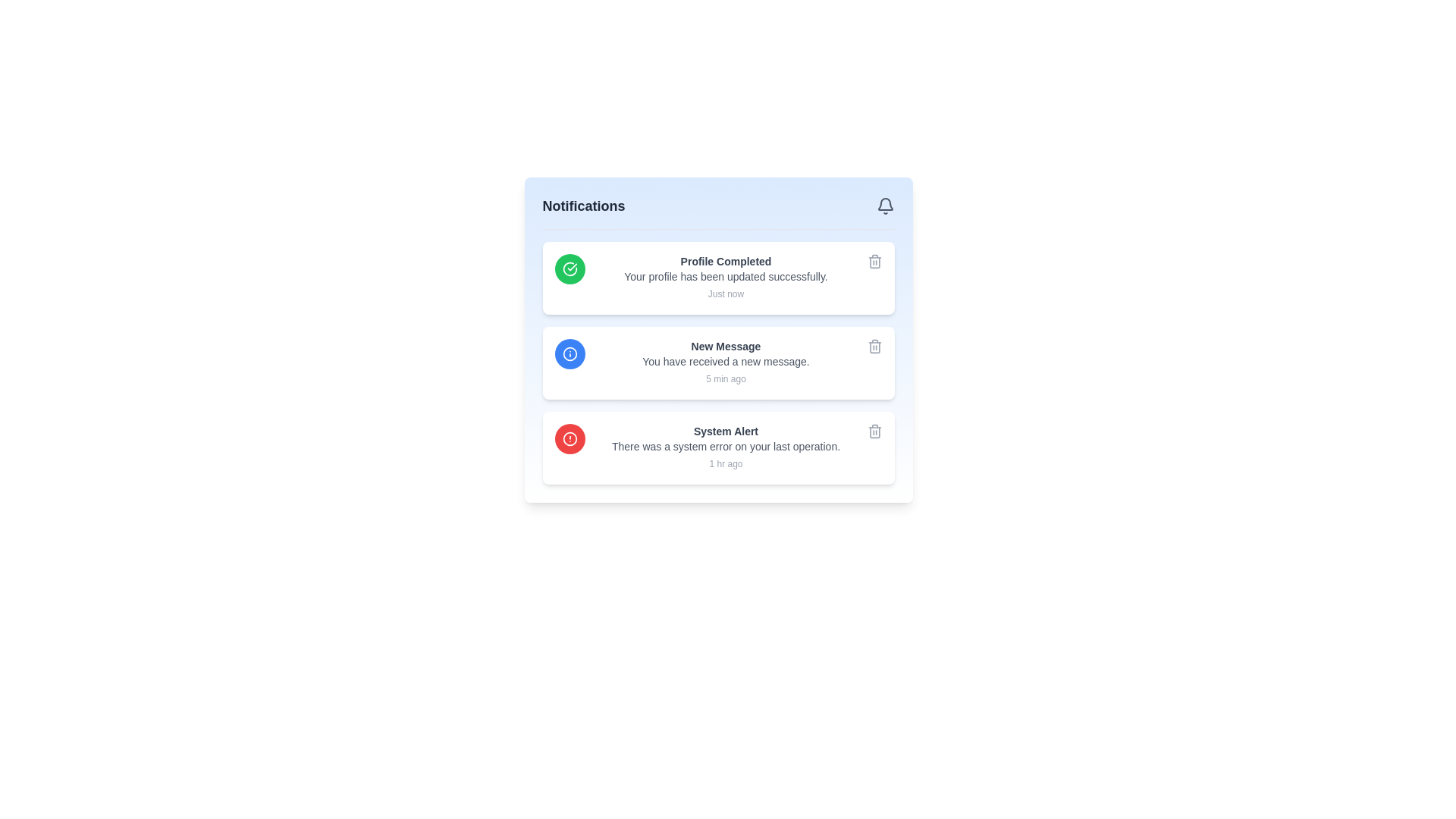 The image size is (1456, 819). What do you see at coordinates (717, 362) in the screenshot?
I see `the notification card displaying a new message, which is the second card in the vertical list of notifications, located between 'Profile Completed' and 'System Alert'` at bounding box center [717, 362].